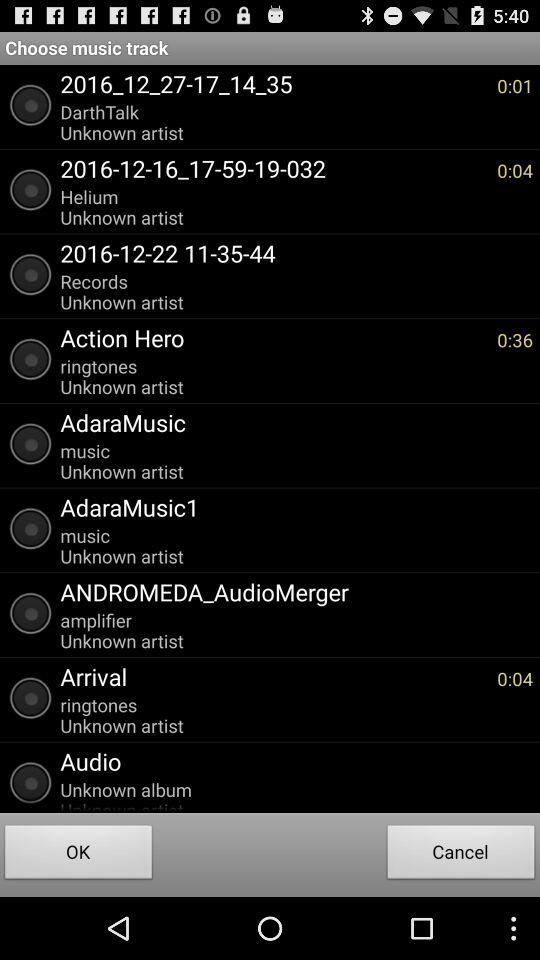  Describe the element at coordinates (461, 853) in the screenshot. I see `item to the right of ok button` at that location.